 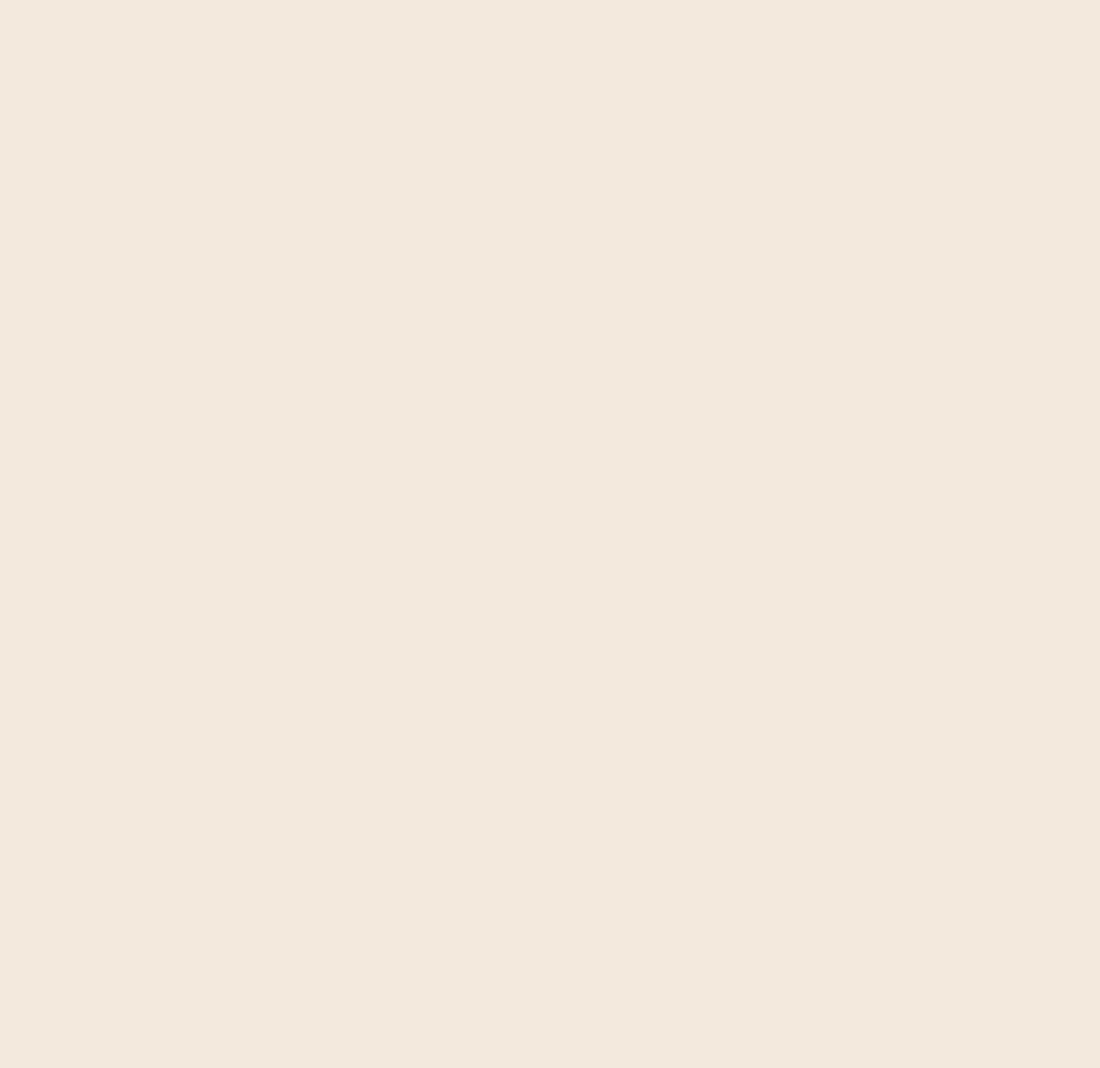 What do you see at coordinates (54, 114) in the screenshot?
I see `'Download French'` at bounding box center [54, 114].